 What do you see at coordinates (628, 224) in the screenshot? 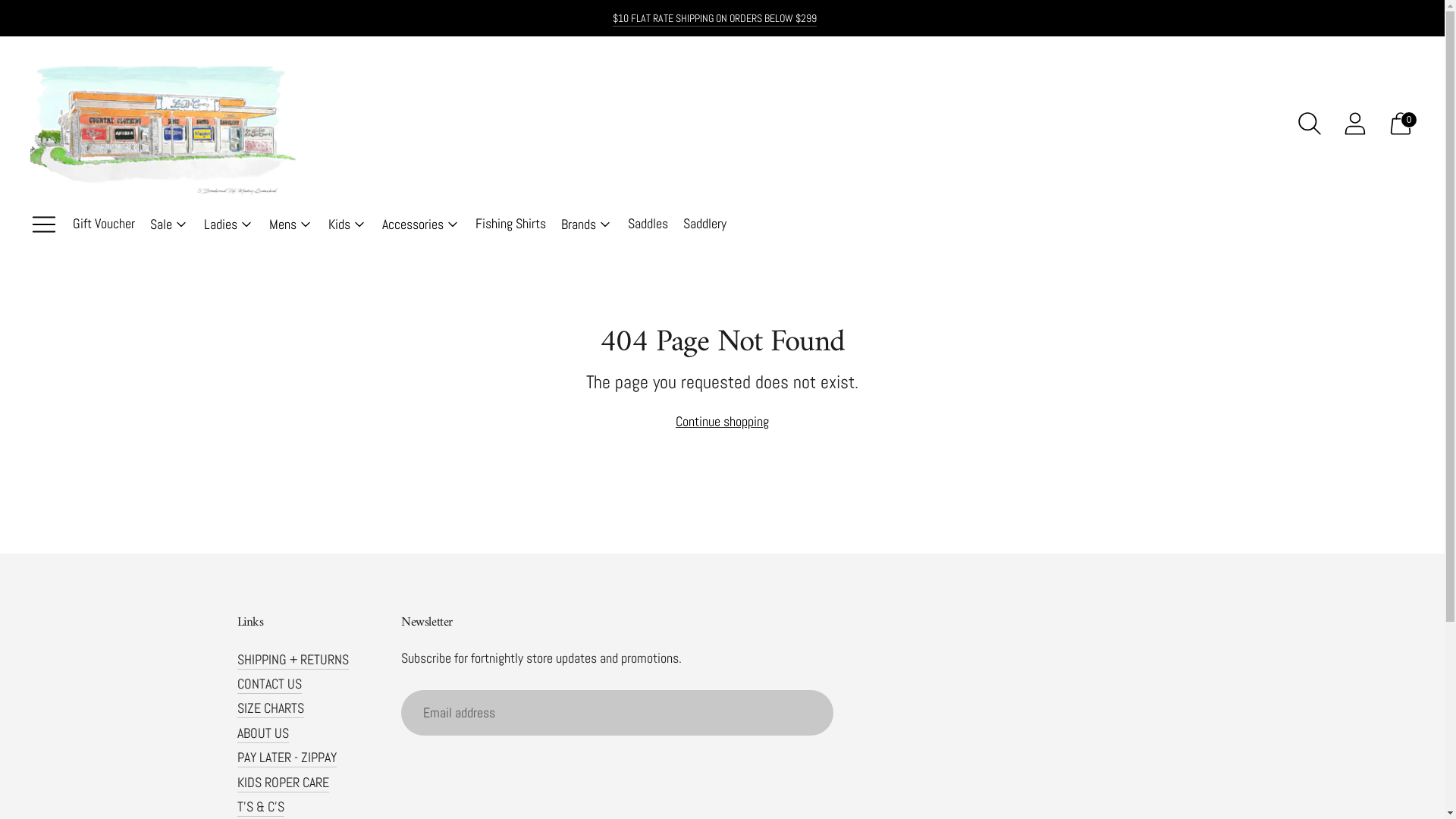
I see `'Saddles'` at bounding box center [628, 224].